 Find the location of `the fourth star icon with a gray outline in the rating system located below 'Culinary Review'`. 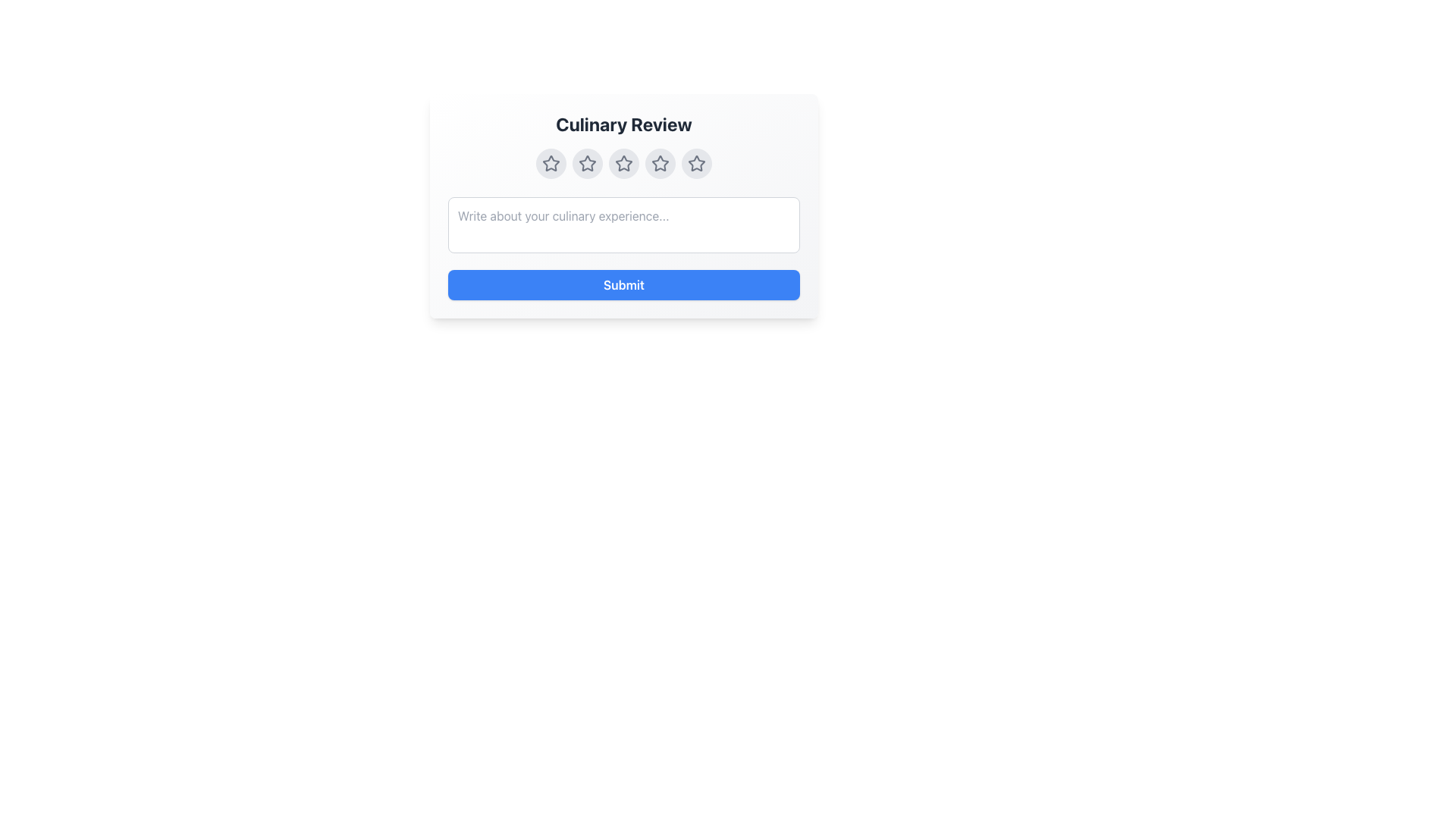

the fourth star icon with a gray outline in the rating system located below 'Culinary Review' is located at coordinates (660, 164).